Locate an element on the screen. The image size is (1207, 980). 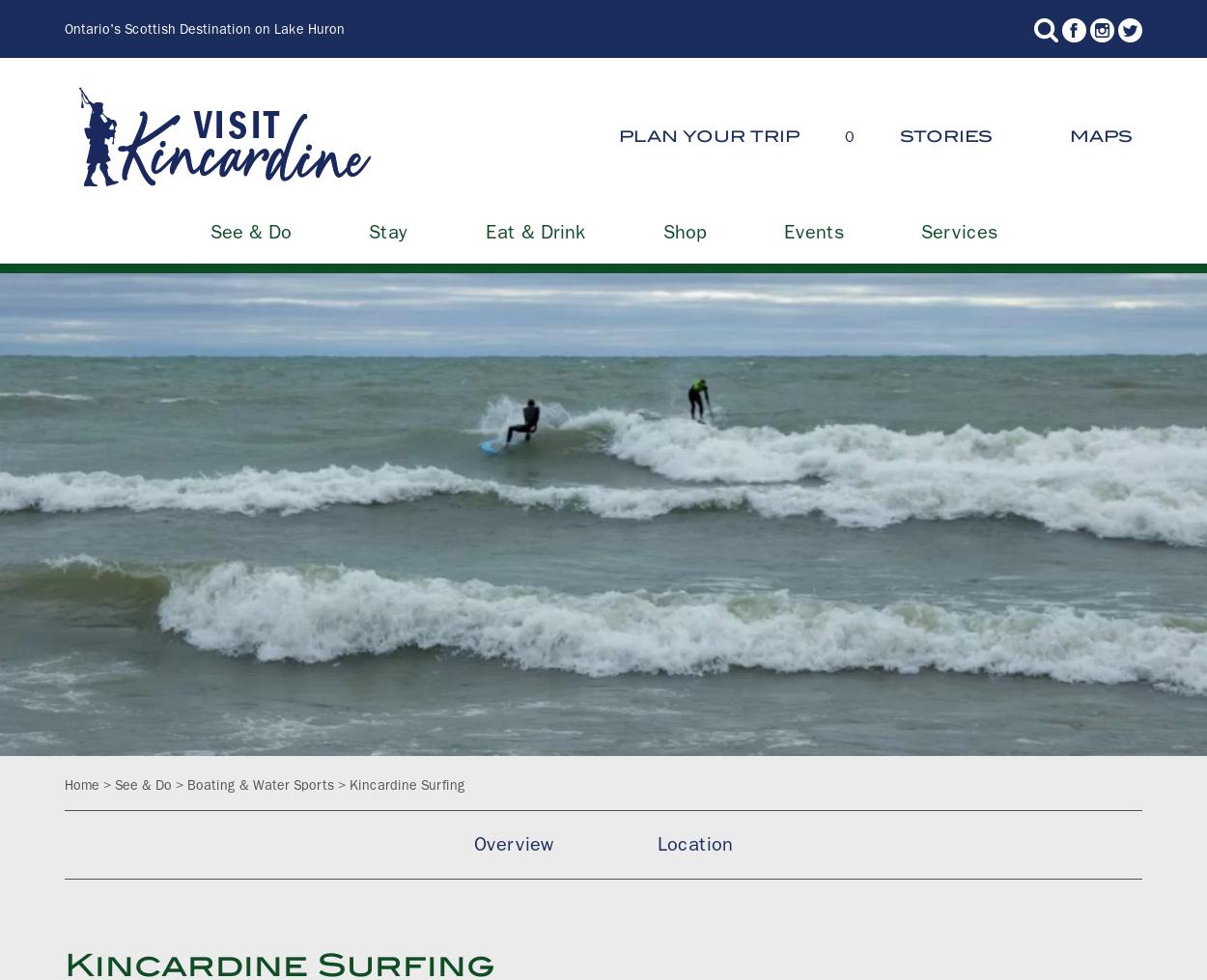
'Casual Dining' is located at coordinates (856, 228).